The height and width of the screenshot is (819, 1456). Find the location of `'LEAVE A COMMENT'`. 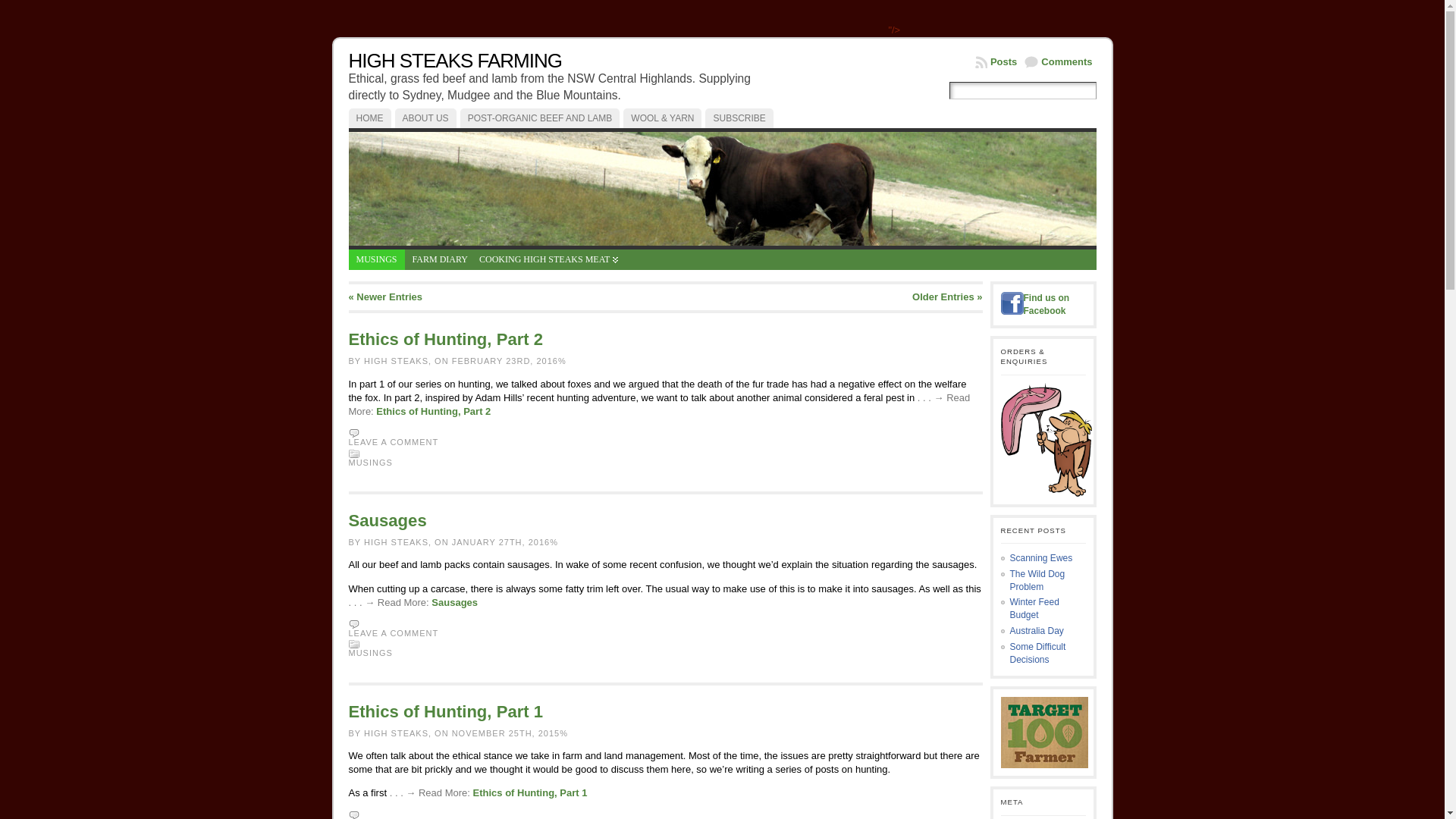

'LEAVE A COMMENT' is located at coordinates (394, 441).